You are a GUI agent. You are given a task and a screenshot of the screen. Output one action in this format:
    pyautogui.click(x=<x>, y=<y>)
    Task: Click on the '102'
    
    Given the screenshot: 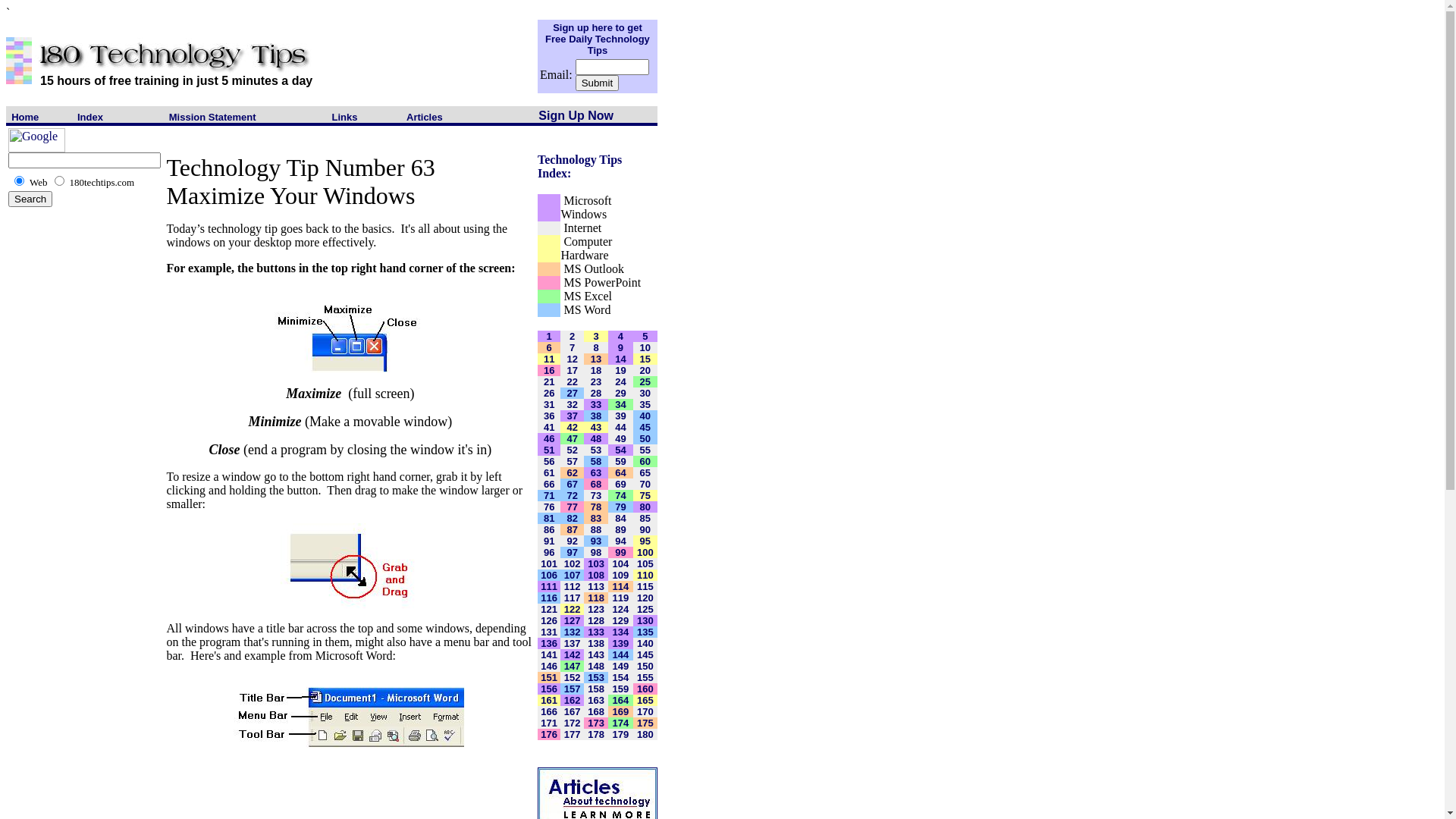 What is the action you would take?
    pyautogui.click(x=571, y=563)
    